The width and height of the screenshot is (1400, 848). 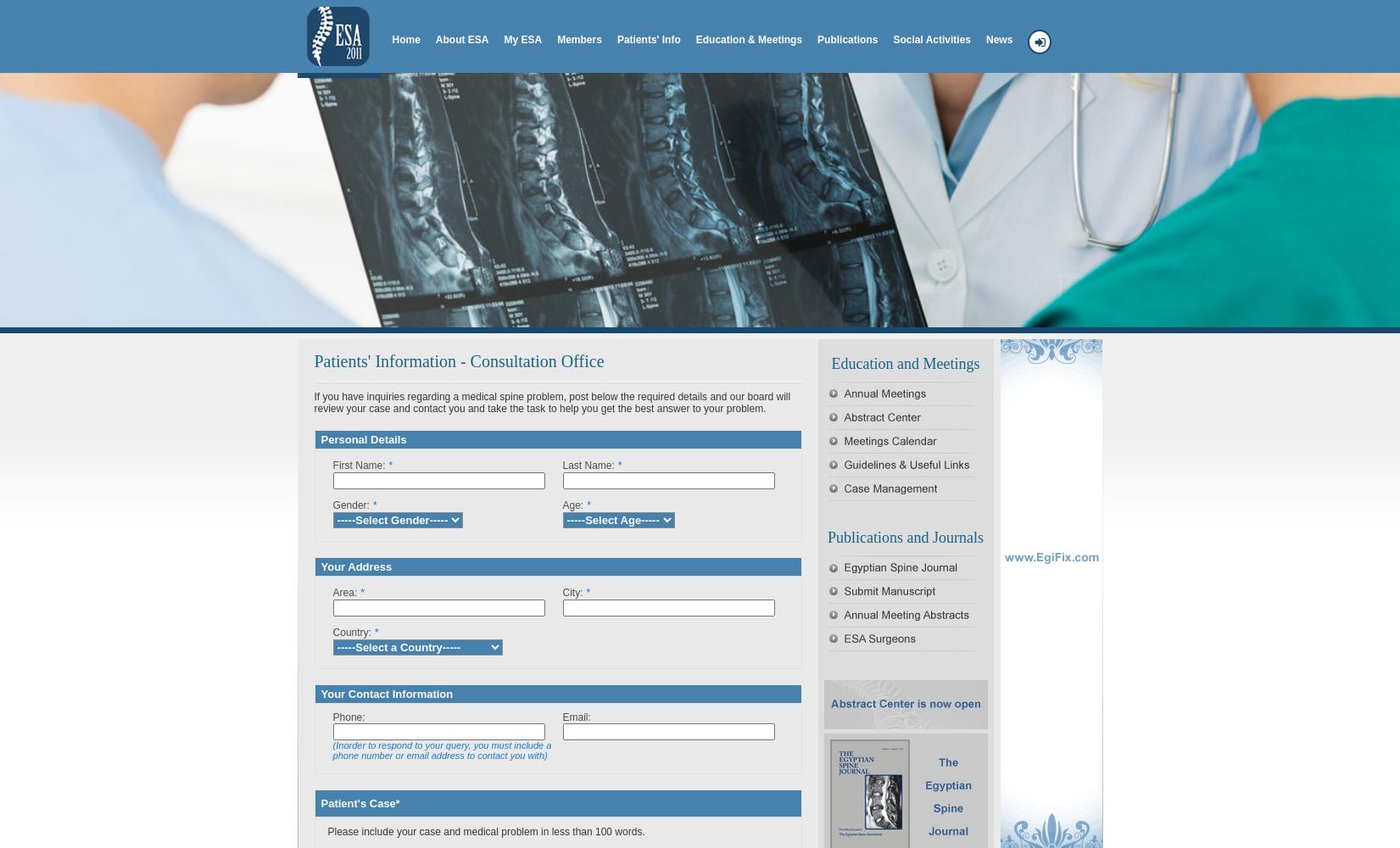 What do you see at coordinates (562, 717) in the screenshot?
I see `'Email:'` at bounding box center [562, 717].